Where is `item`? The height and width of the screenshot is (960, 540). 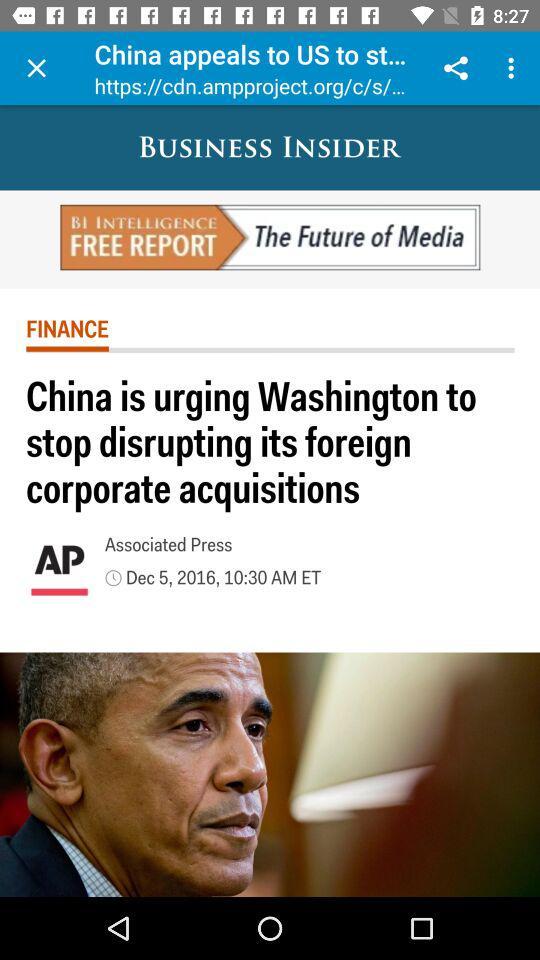 item is located at coordinates (36, 68).